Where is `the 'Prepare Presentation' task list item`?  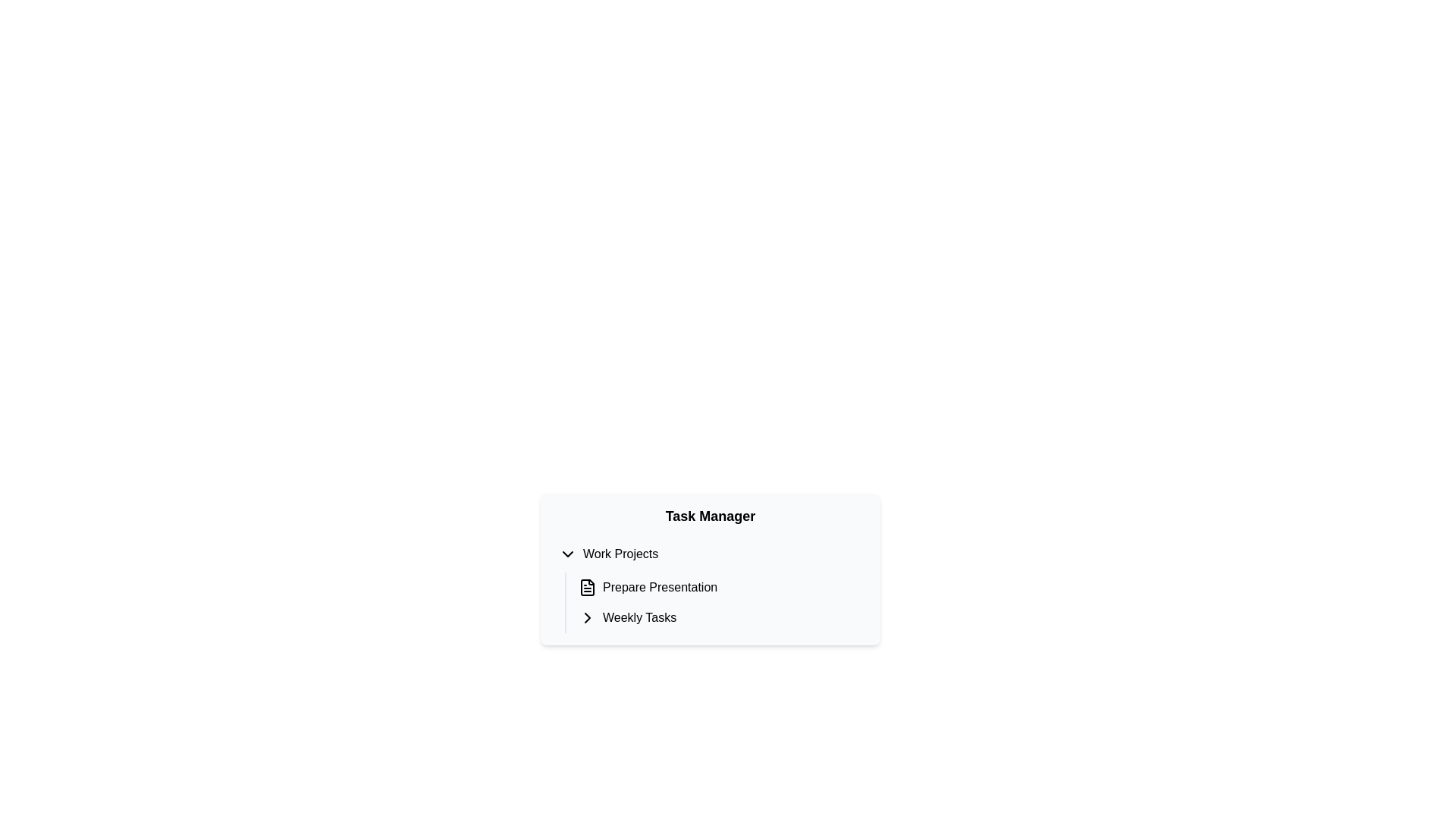
the 'Prepare Presentation' task list item is located at coordinates (720, 587).